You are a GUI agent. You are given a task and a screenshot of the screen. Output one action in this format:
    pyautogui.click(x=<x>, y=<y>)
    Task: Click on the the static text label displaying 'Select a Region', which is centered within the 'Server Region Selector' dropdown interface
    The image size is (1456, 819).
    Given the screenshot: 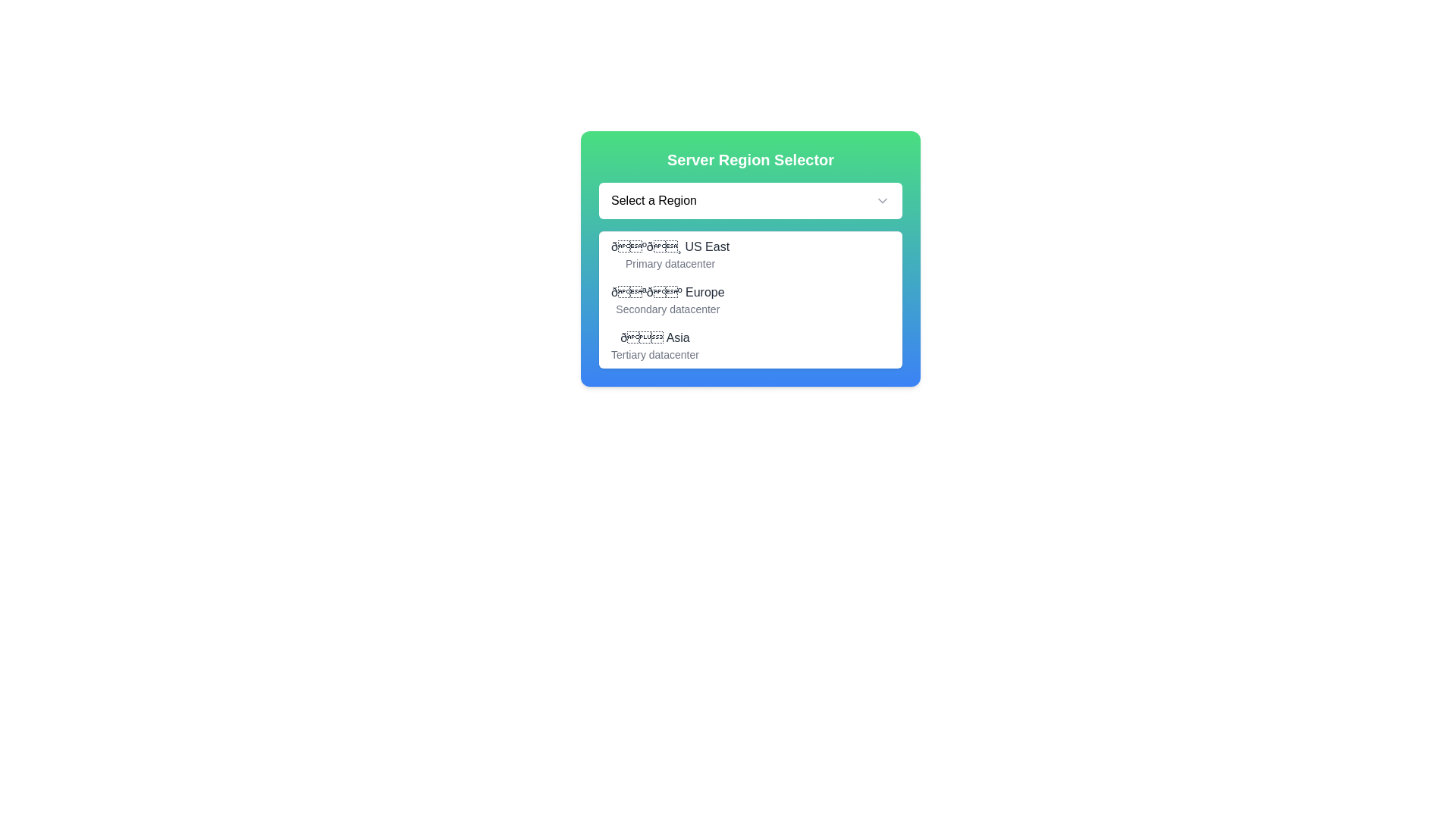 What is the action you would take?
    pyautogui.click(x=654, y=200)
    